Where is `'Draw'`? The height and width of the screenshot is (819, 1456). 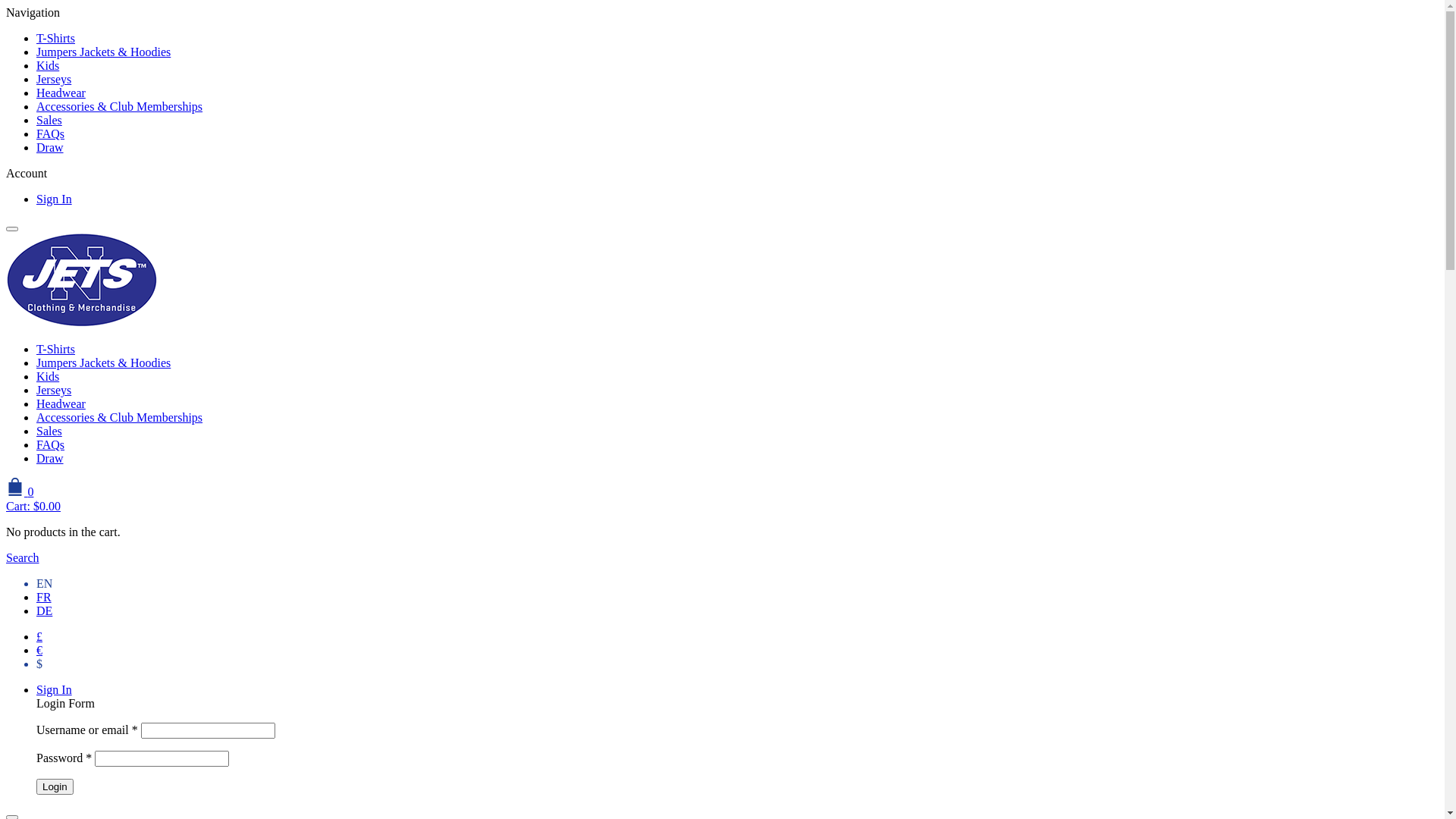
'Draw' is located at coordinates (50, 147).